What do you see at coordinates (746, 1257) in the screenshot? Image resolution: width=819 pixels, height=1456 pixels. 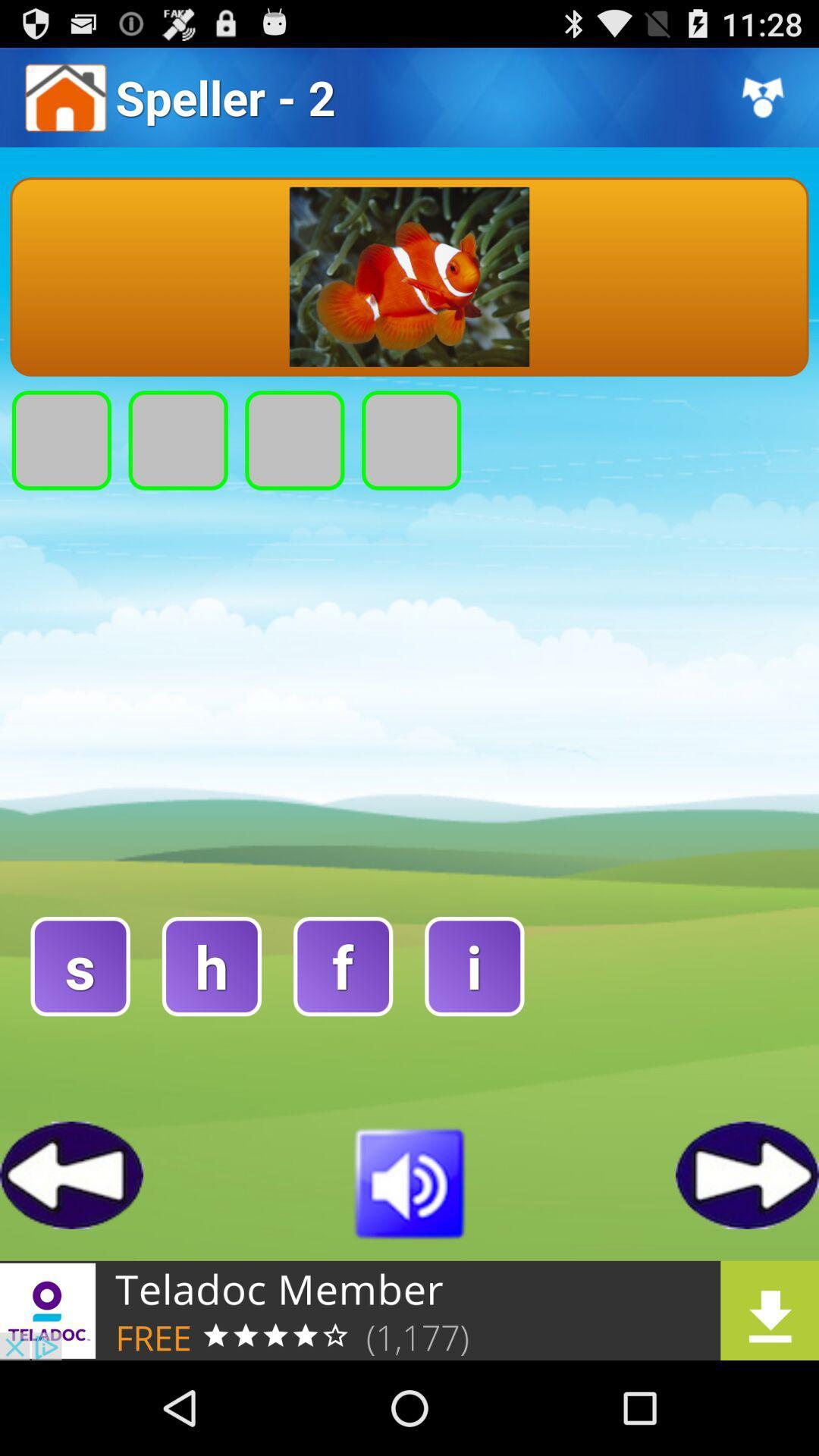 I see `the arrow_forward icon` at bounding box center [746, 1257].